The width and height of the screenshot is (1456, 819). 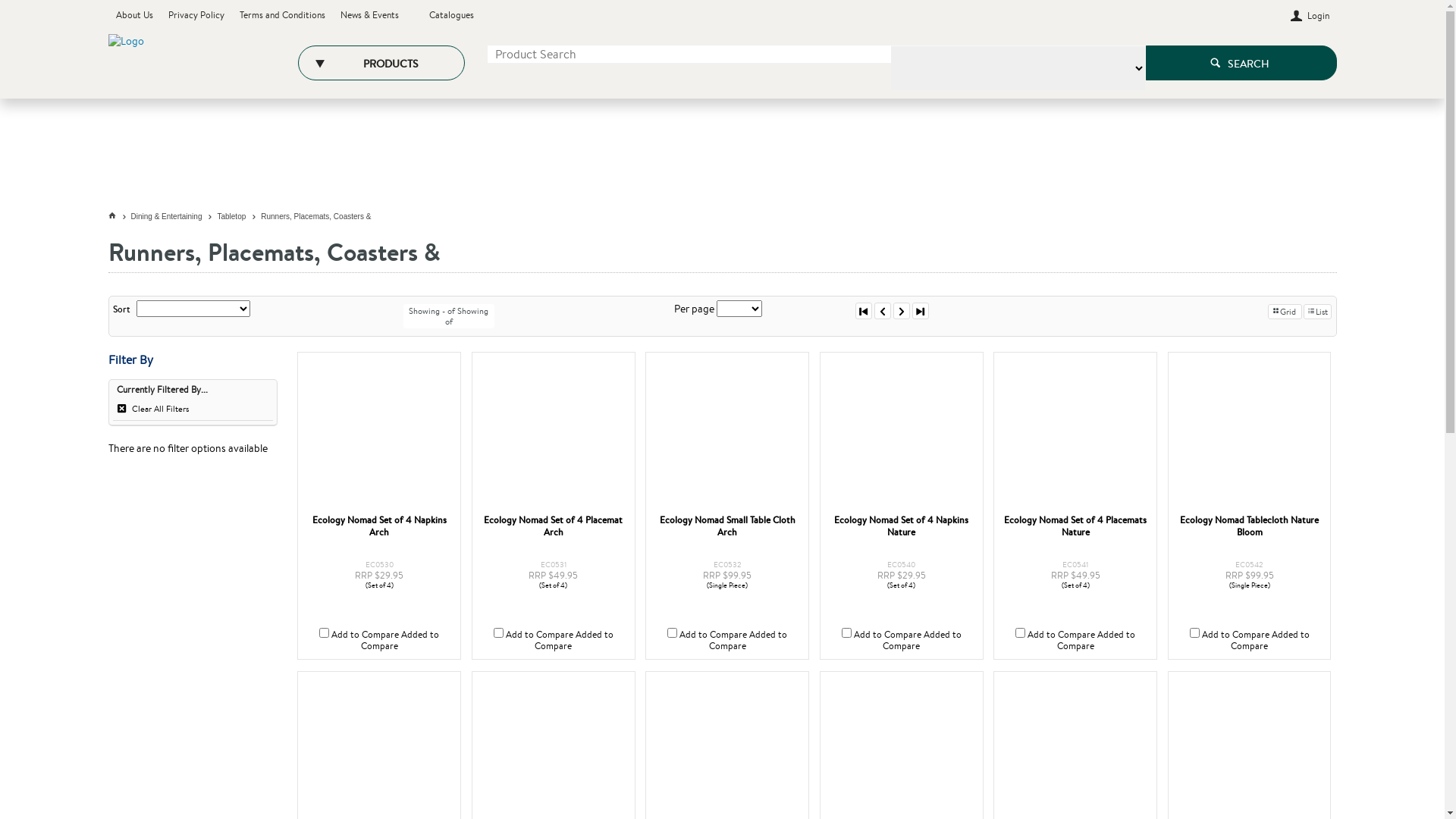 I want to click on 'Added to Compare', so click(x=1270, y=640).